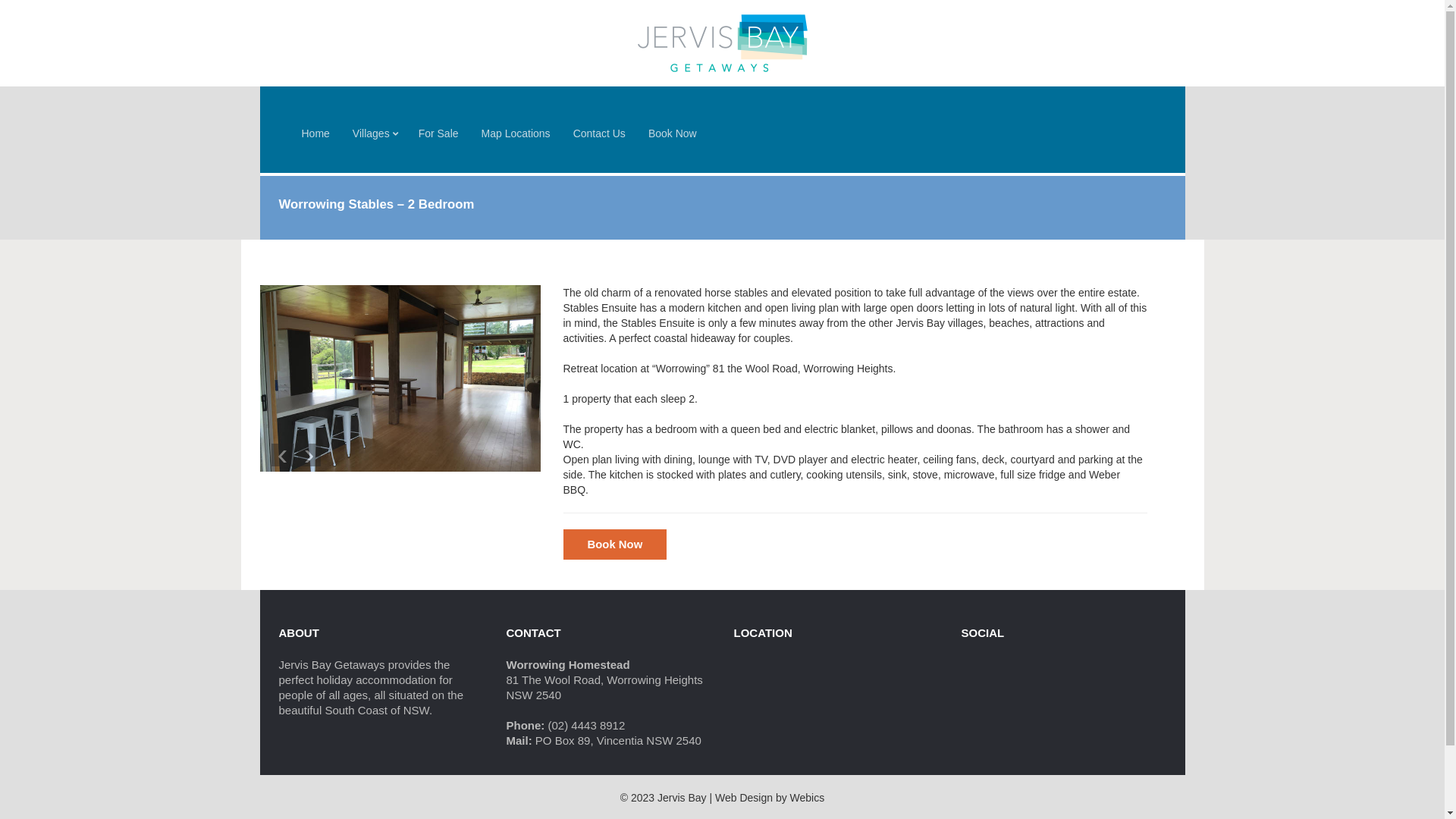 This screenshot has width=1456, height=819. Describe the element at coordinates (516, 133) in the screenshot. I see `'Map Locations'` at that location.